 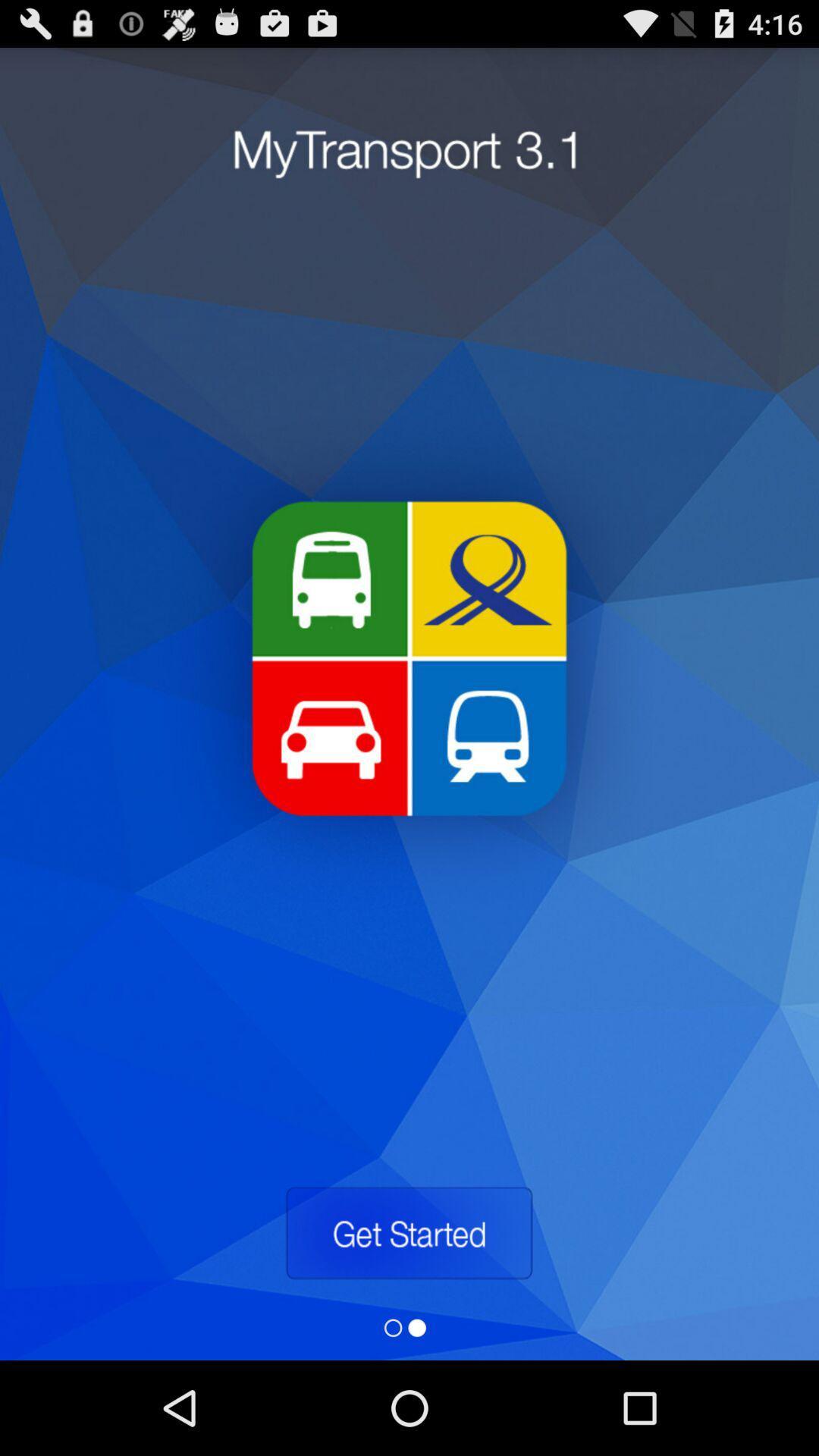 What do you see at coordinates (408, 1233) in the screenshot?
I see `start` at bounding box center [408, 1233].